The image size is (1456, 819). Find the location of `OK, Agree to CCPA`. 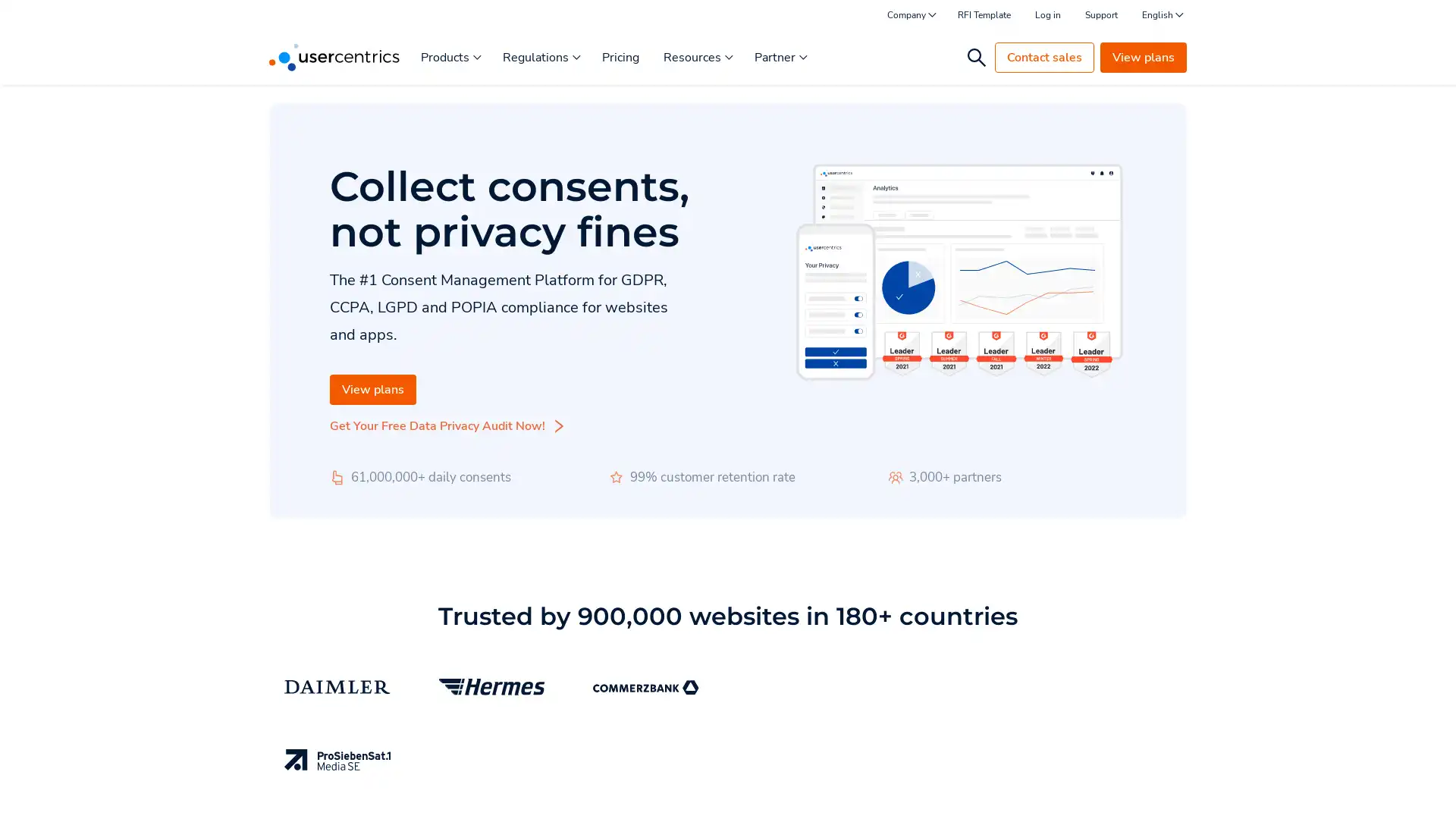

OK, Agree to CCPA is located at coordinates (1122, 785).